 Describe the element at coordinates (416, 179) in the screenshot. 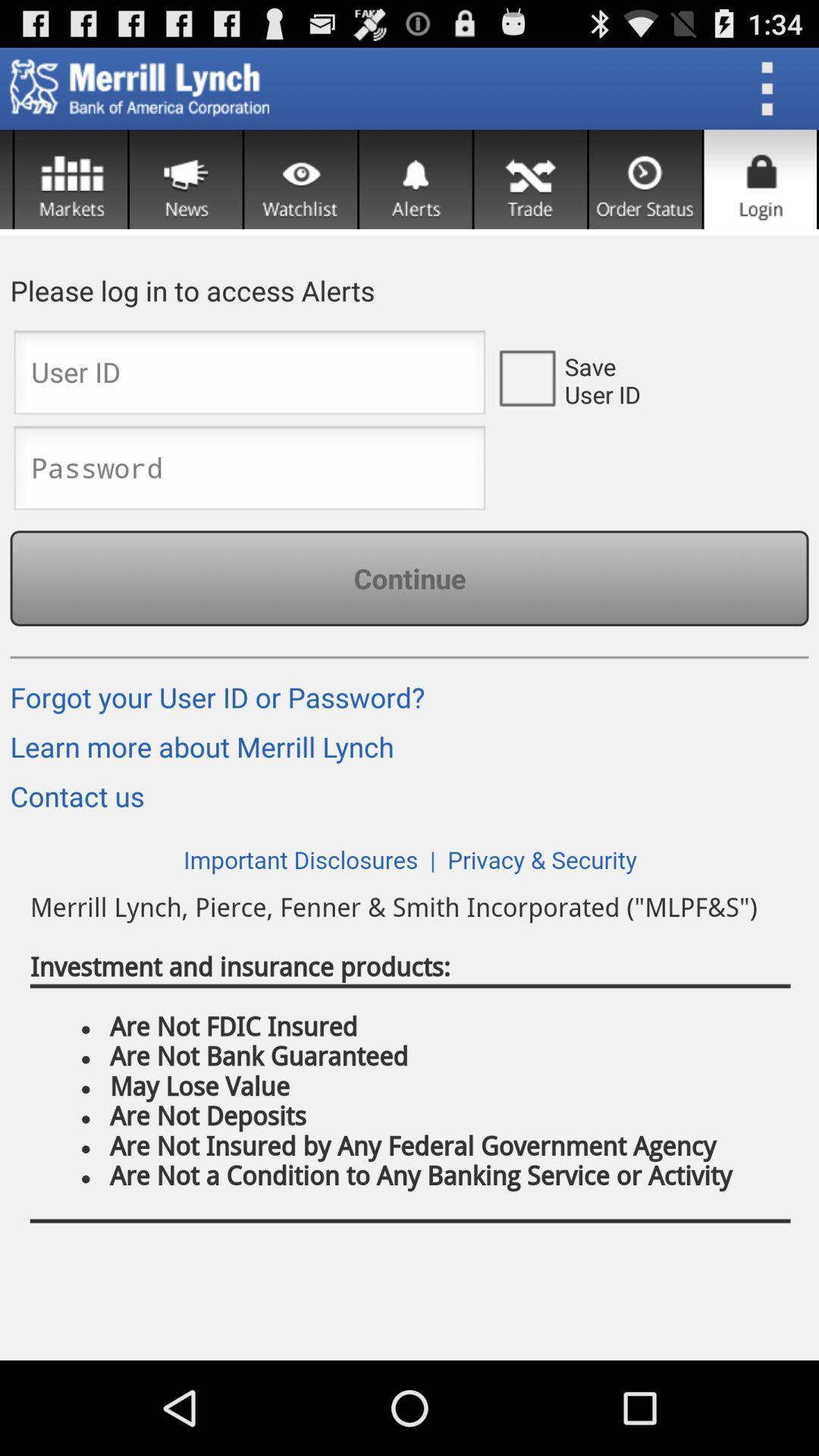

I see `alerts` at that location.